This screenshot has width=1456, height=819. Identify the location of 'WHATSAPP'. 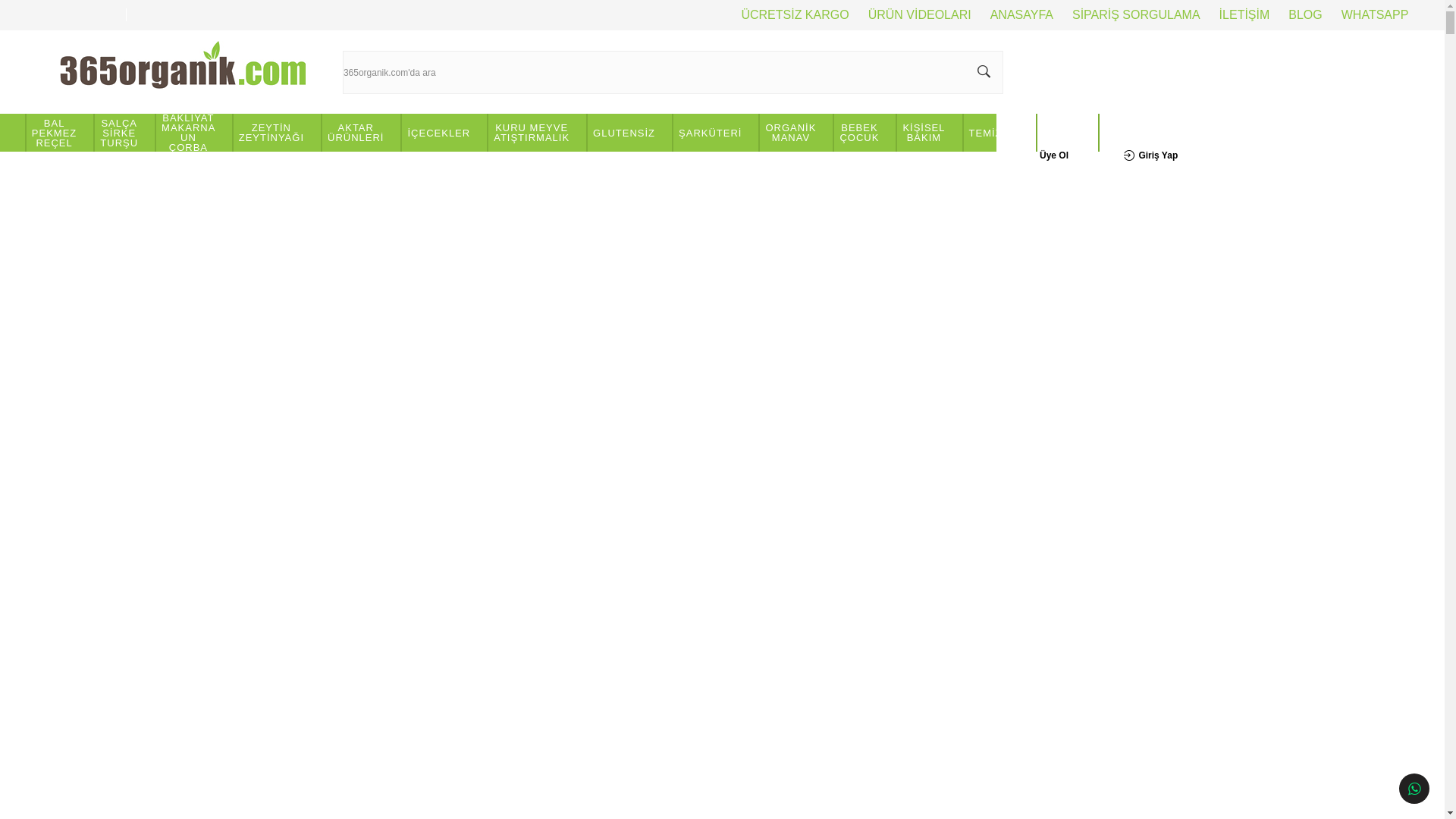
(1365, 14).